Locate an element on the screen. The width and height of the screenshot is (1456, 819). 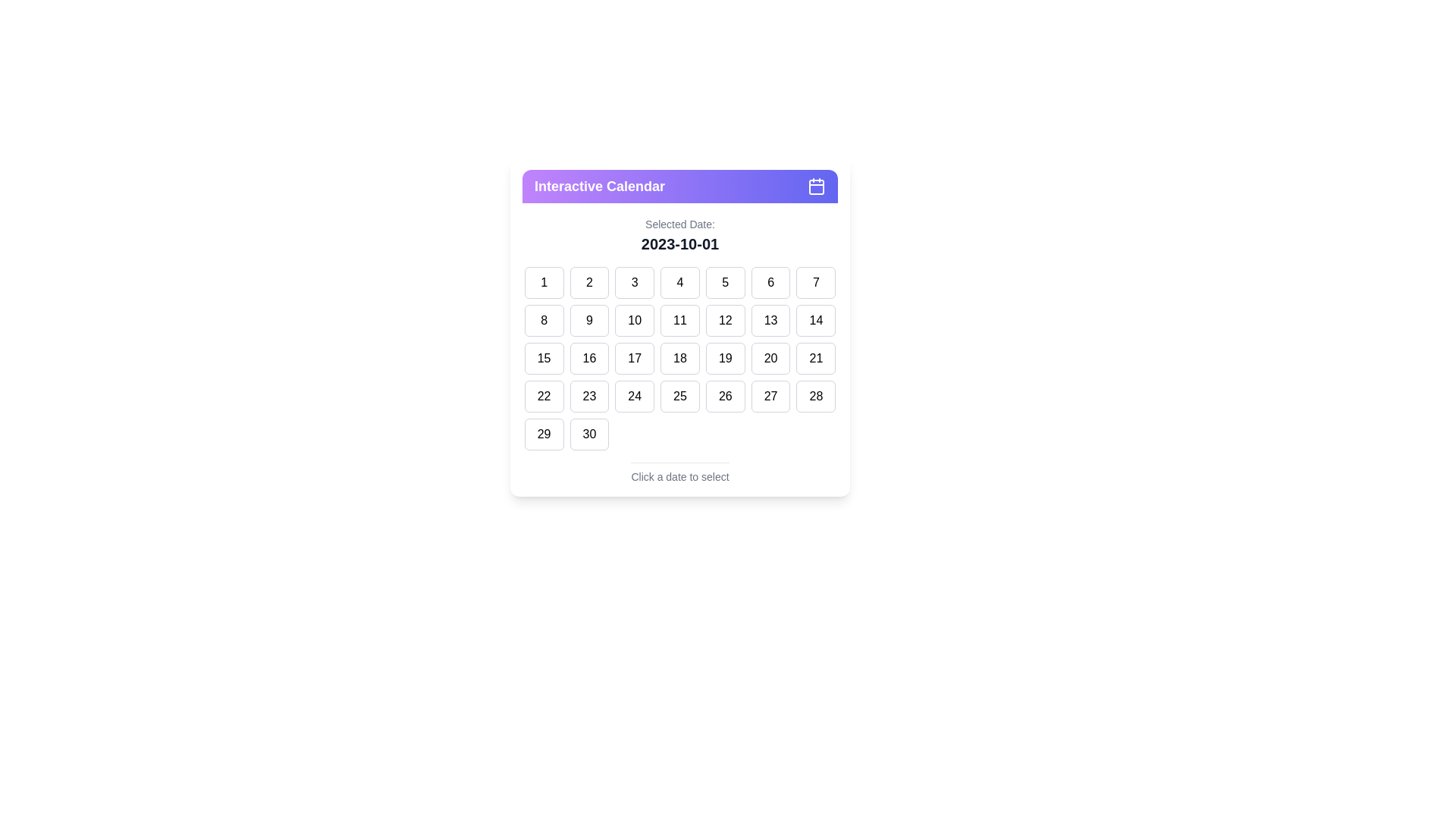
the Text Label that serves as the title of the Interactive Calendar interface, located in the top-left corner of the purple header bar is located at coordinates (599, 186).